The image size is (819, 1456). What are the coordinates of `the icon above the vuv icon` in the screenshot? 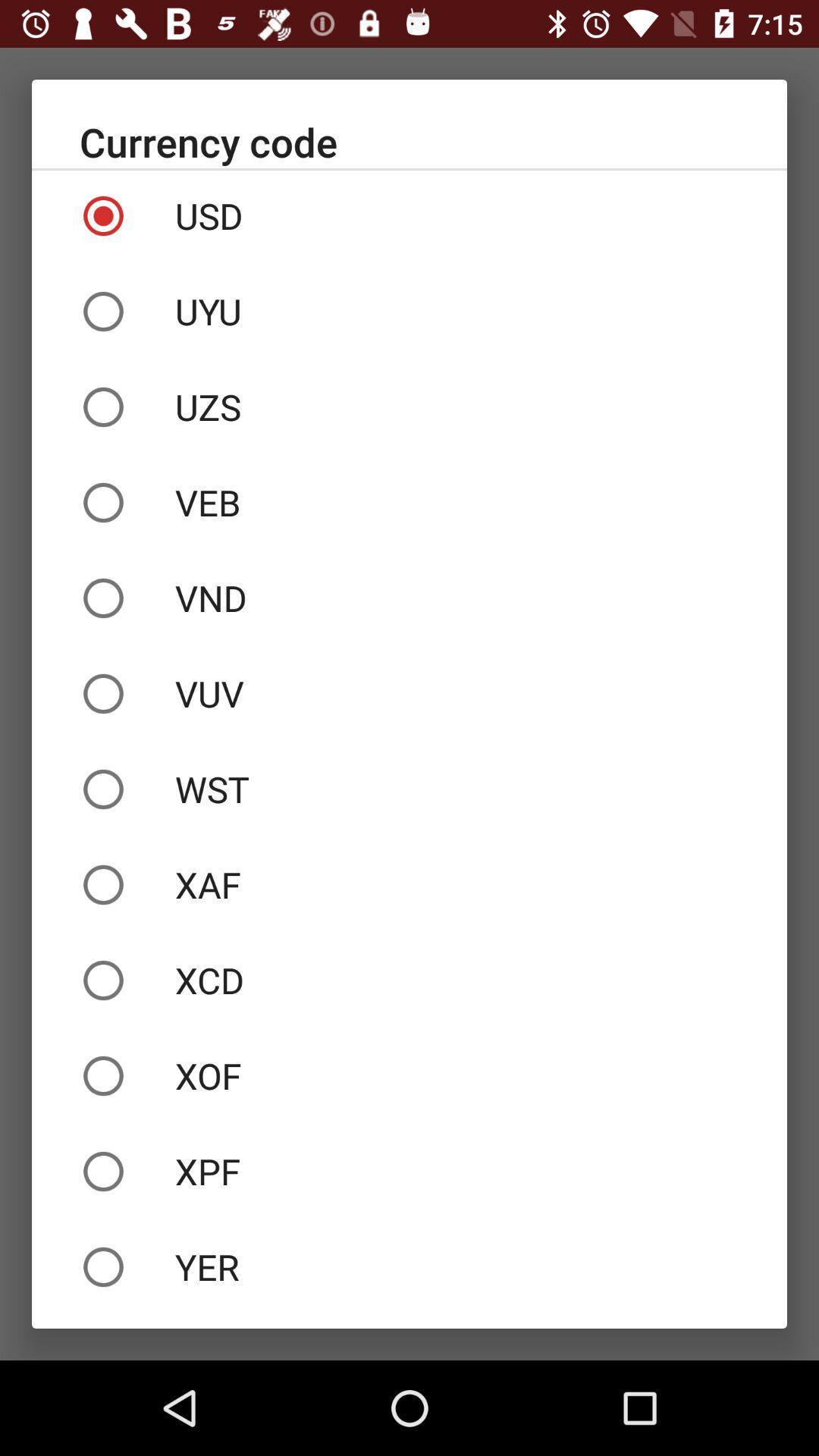 It's located at (409, 597).